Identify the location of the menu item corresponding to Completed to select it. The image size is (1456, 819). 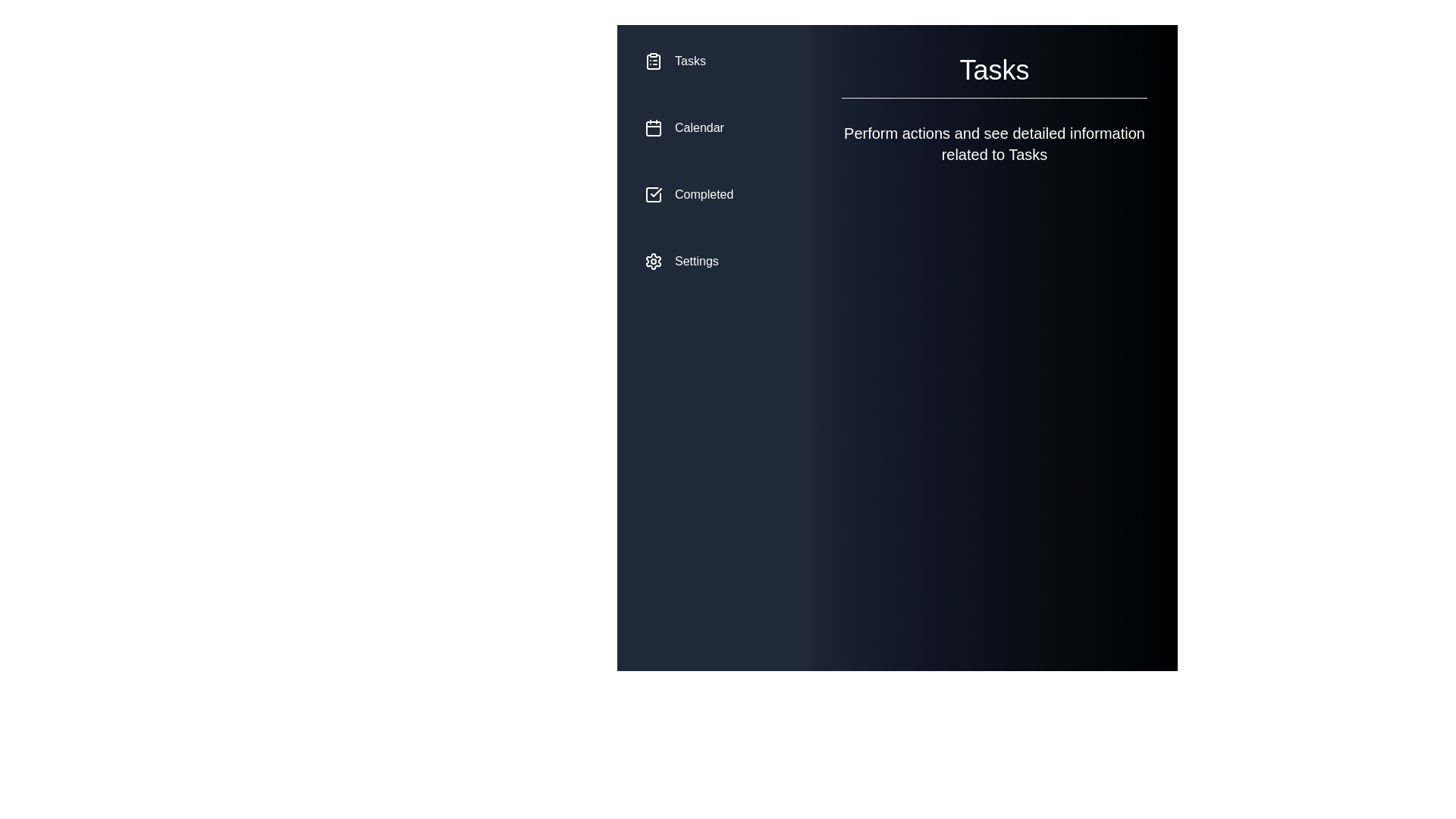
(713, 194).